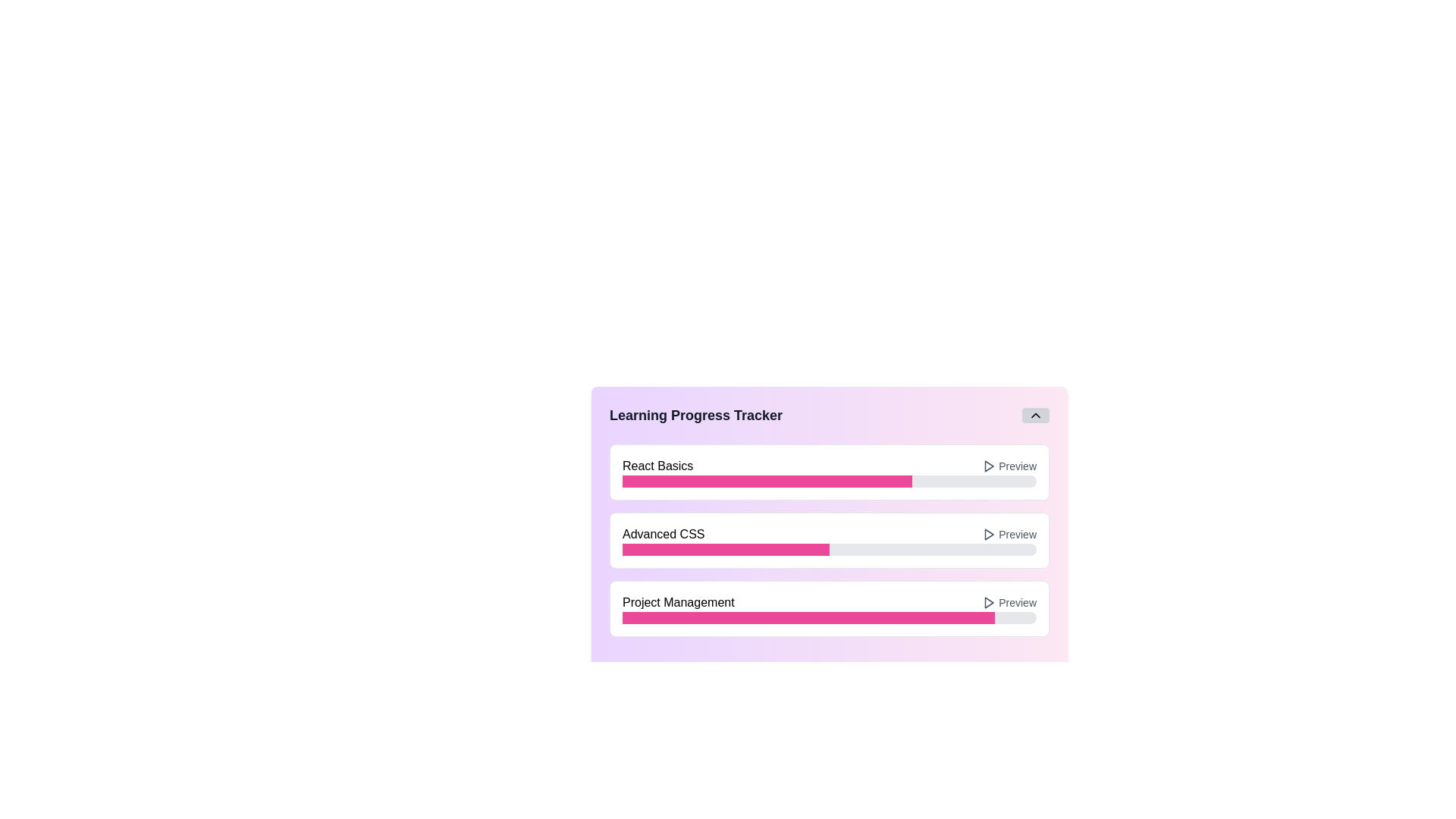  I want to click on the pink-filled progress bar segment representing 90% completion in the 'Project Management' section of the 'Learning Progress Tracker' card, so click(808, 617).